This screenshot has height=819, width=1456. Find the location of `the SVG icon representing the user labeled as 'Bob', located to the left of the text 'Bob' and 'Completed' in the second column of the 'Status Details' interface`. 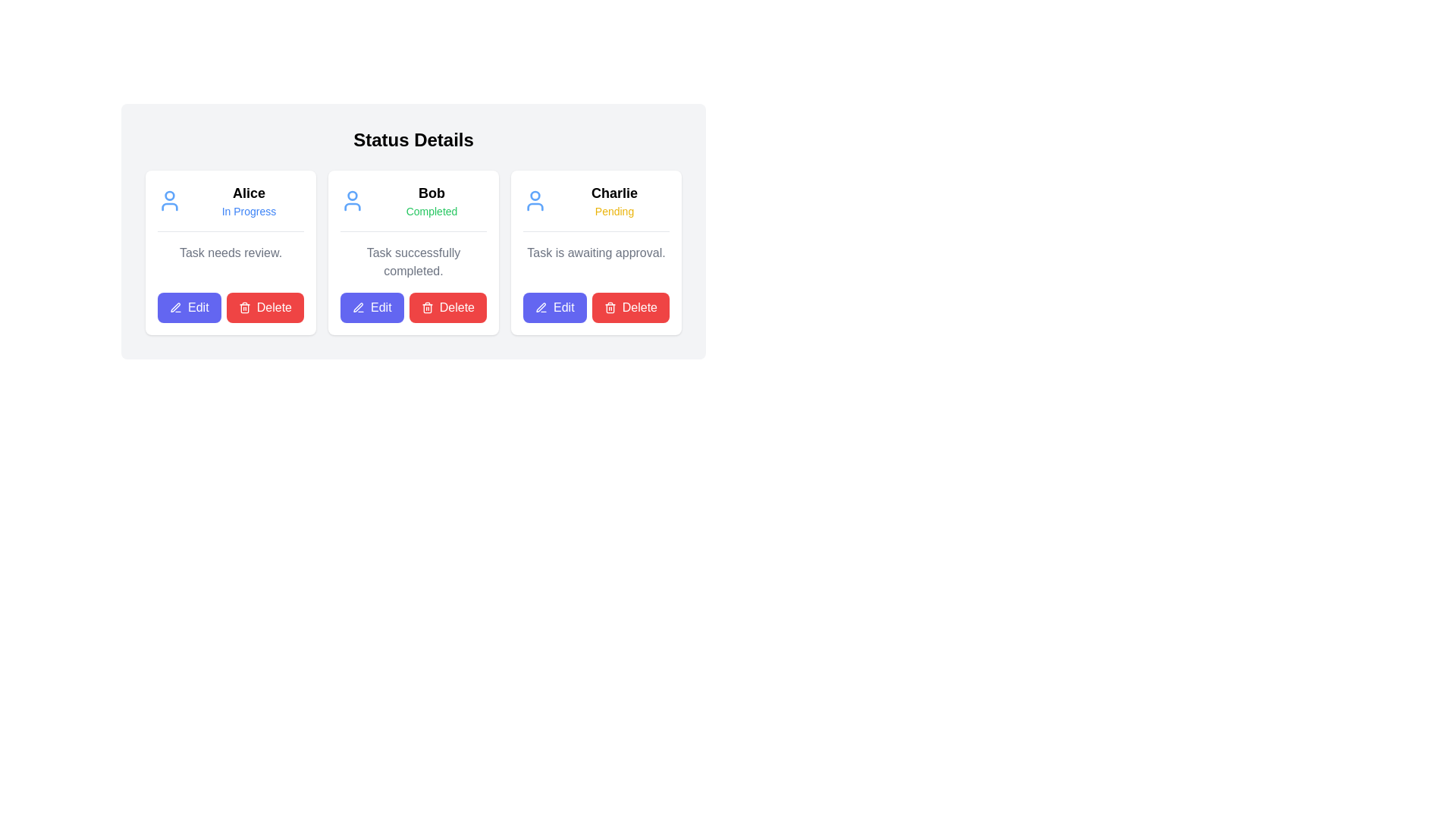

the SVG icon representing the user labeled as 'Bob', located to the left of the text 'Bob' and 'Completed' in the second column of the 'Status Details' interface is located at coordinates (352, 200).